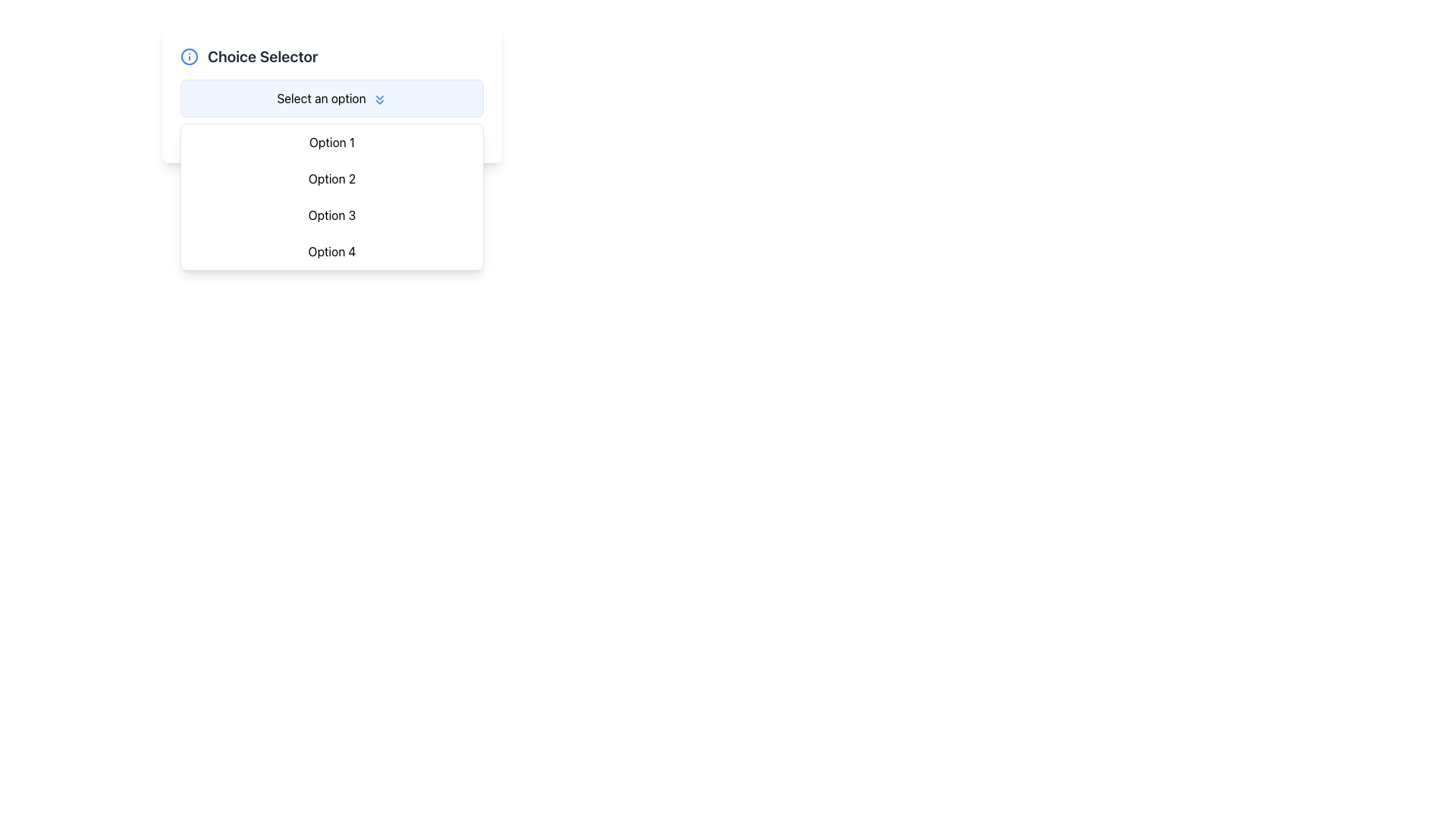 This screenshot has height=819, width=1456. I want to click on the Dropdown toggle icon (double chevrons) located to the right of the text 'Select an option' in a light blue field, so click(379, 99).